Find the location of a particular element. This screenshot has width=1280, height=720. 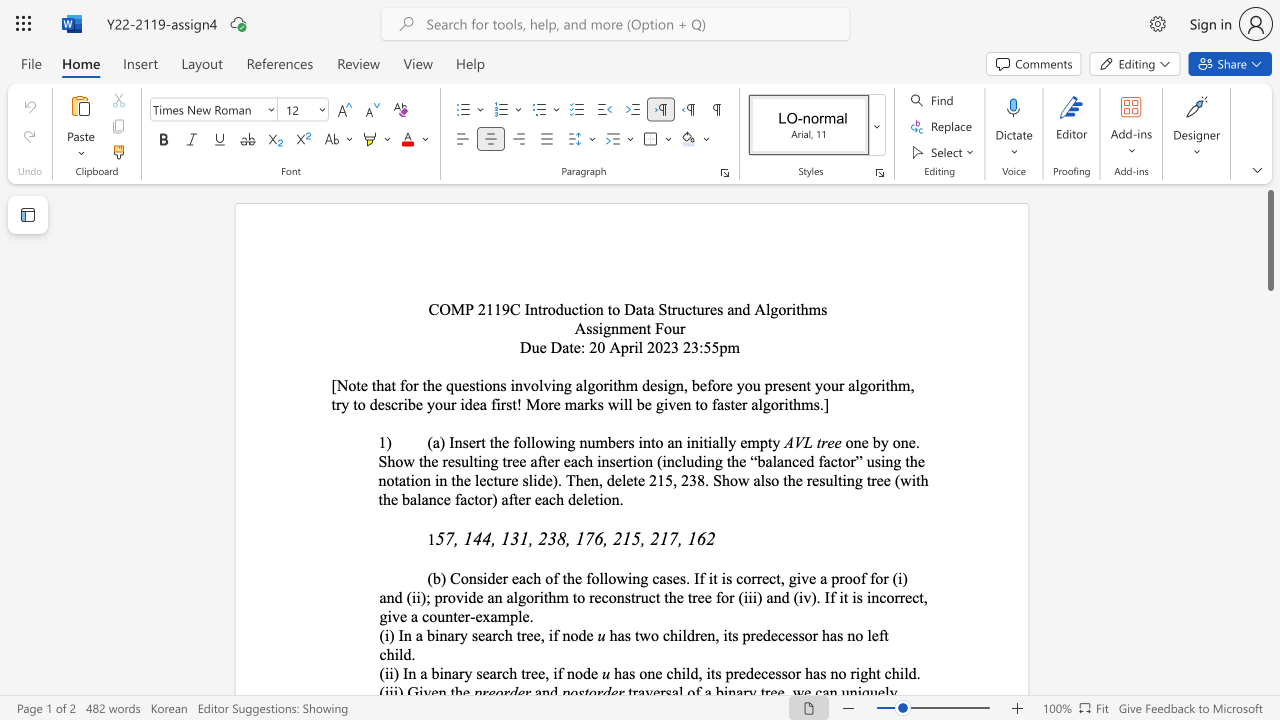

the page's right scrollbar for downward movement is located at coordinates (1269, 460).